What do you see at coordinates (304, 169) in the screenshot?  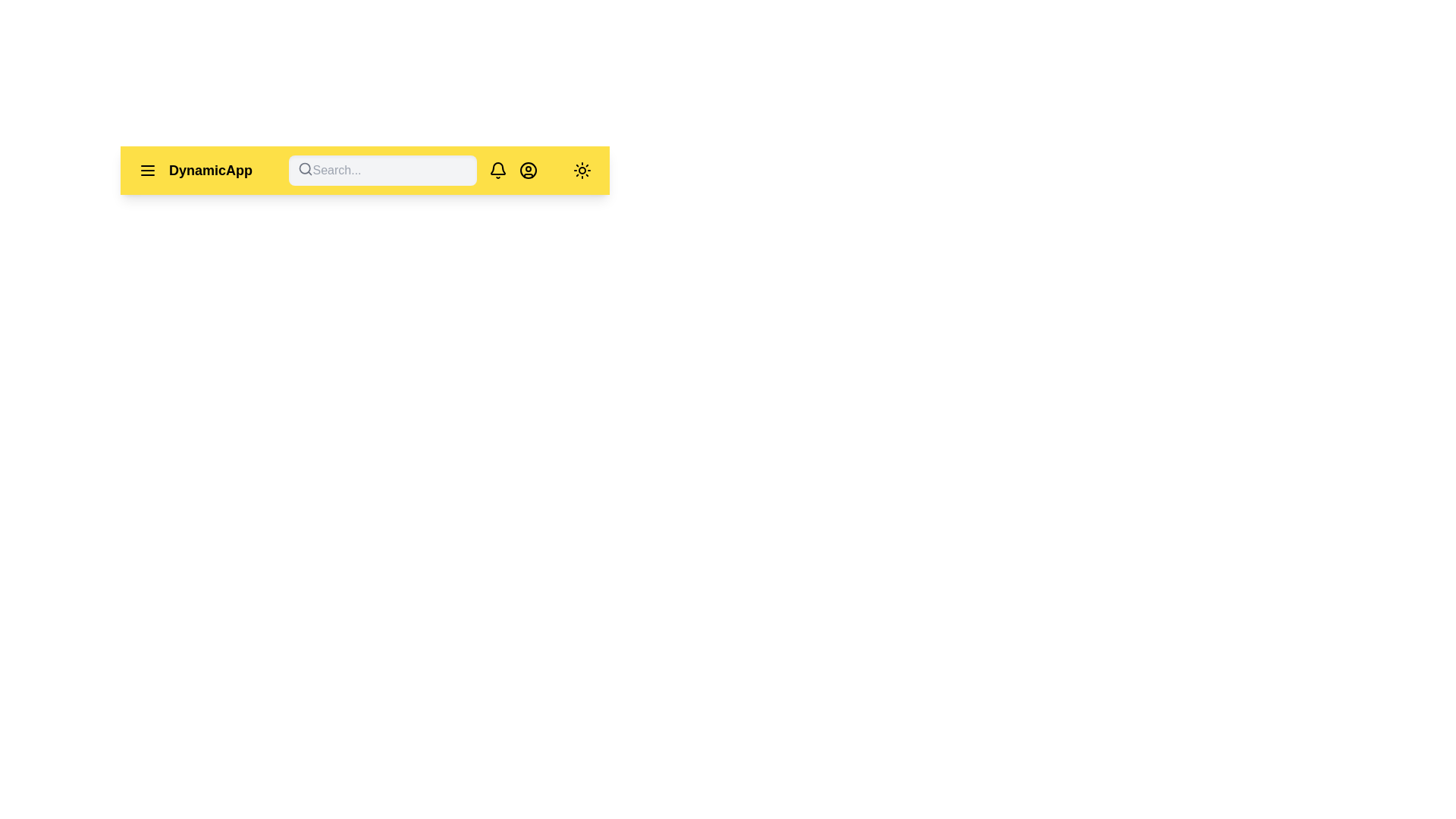 I see `search icon to activate the search functionality` at bounding box center [304, 169].